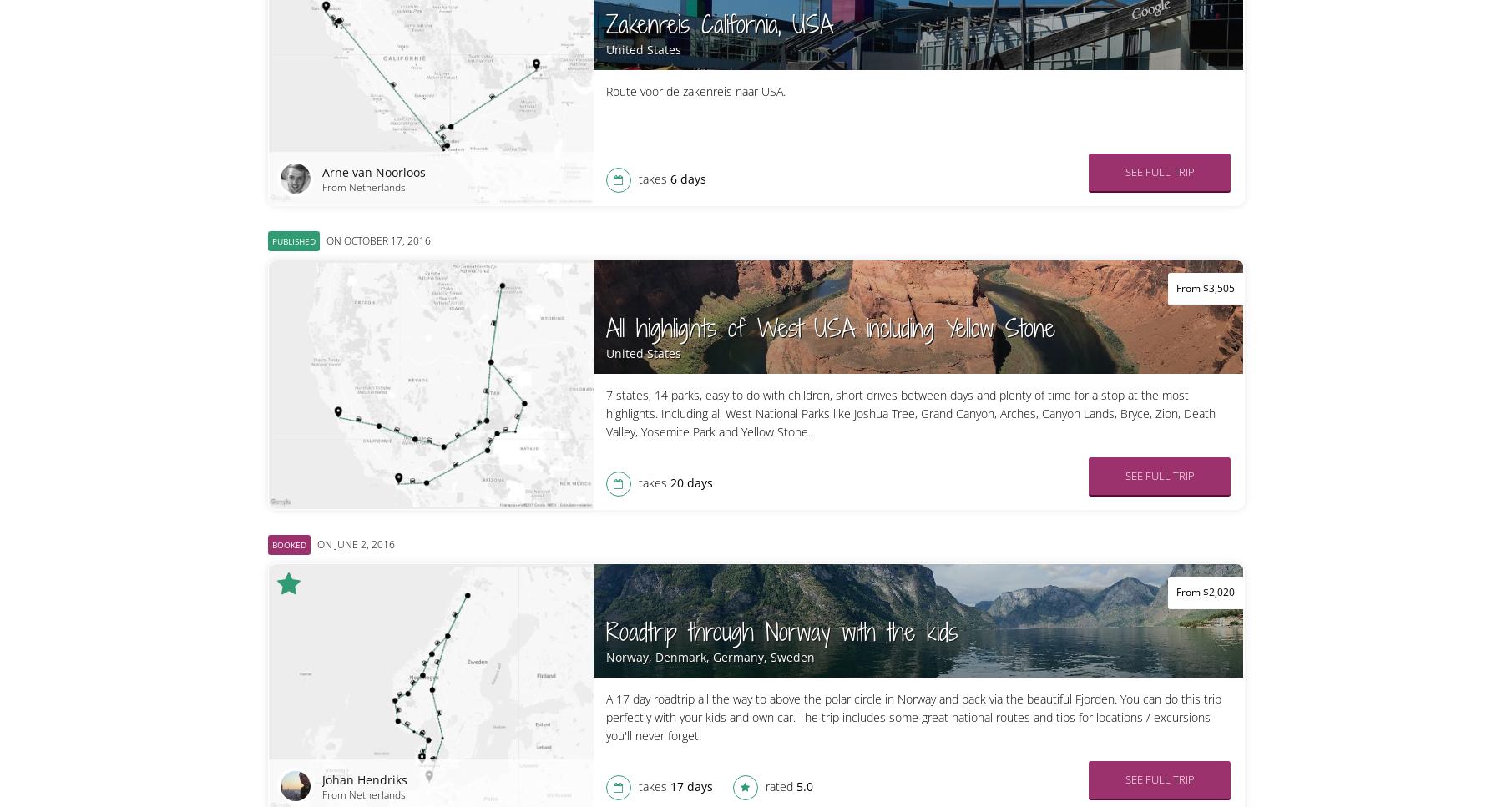 The height and width of the screenshot is (807, 1512). Describe the element at coordinates (271, 240) in the screenshot. I see `'Published'` at that location.